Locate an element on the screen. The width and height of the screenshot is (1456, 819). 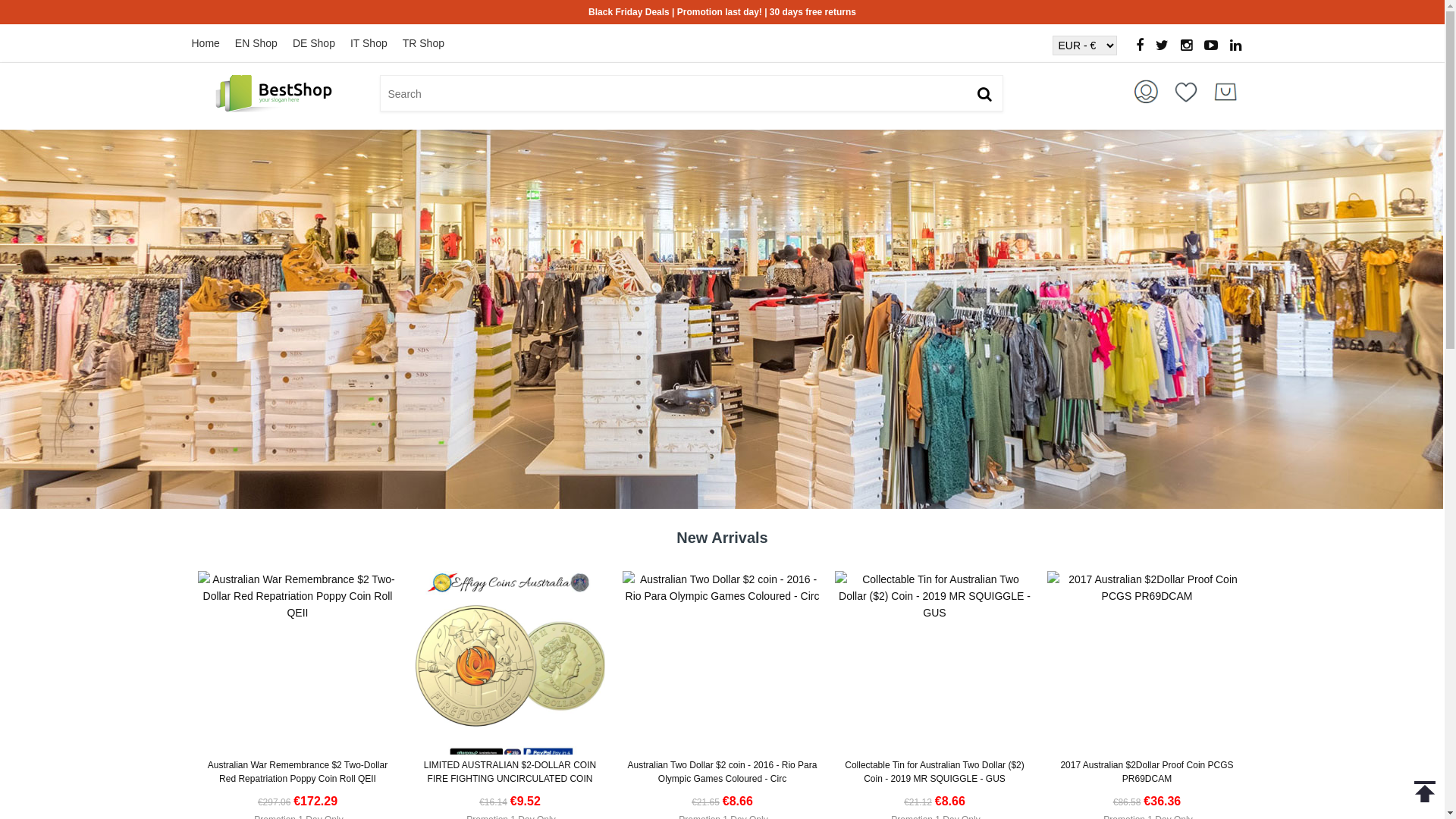
'youtube' is located at coordinates (1210, 45).